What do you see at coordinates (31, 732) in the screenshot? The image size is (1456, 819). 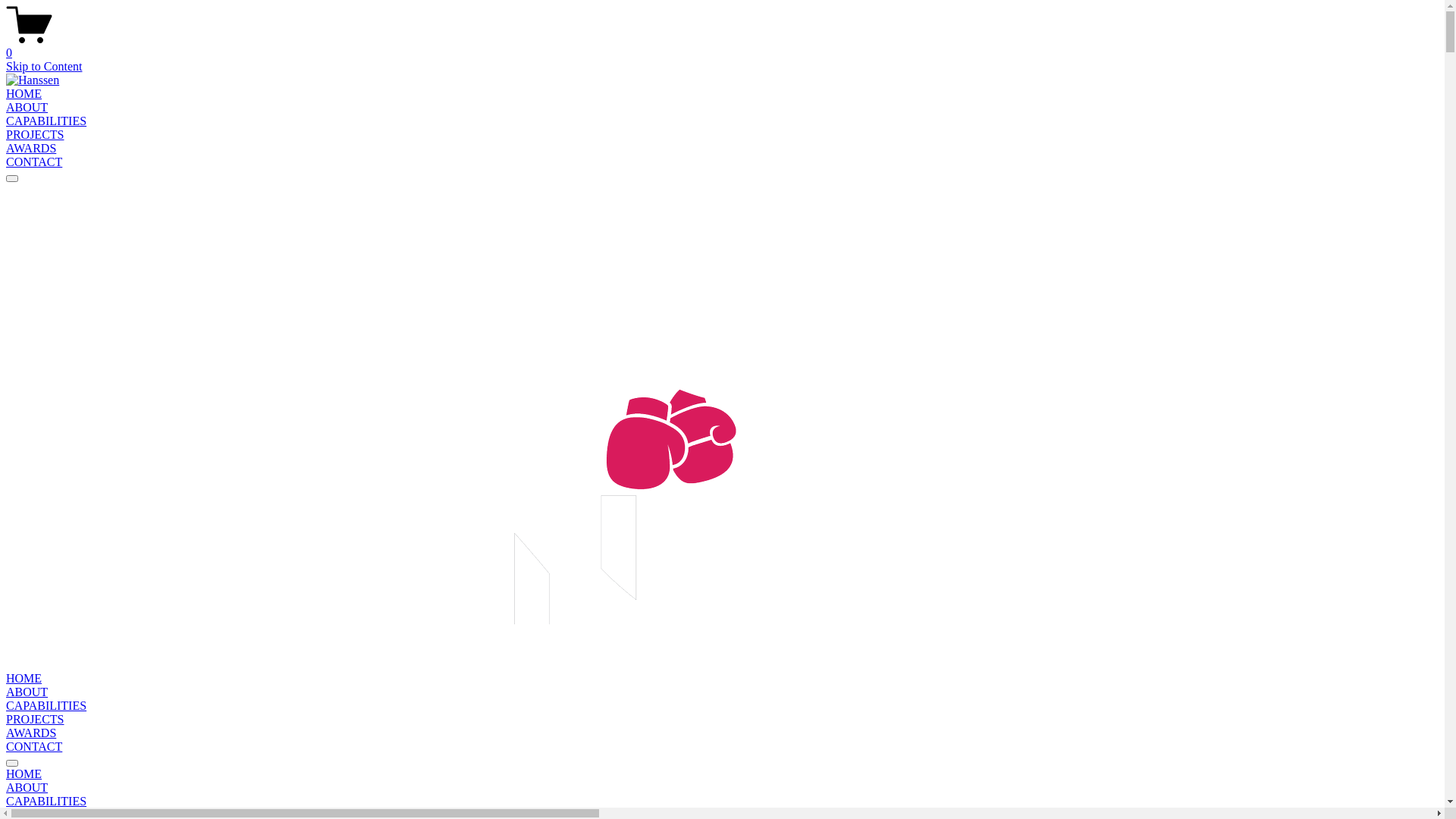 I see `'AWARDS'` at bounding box center [31, 732].